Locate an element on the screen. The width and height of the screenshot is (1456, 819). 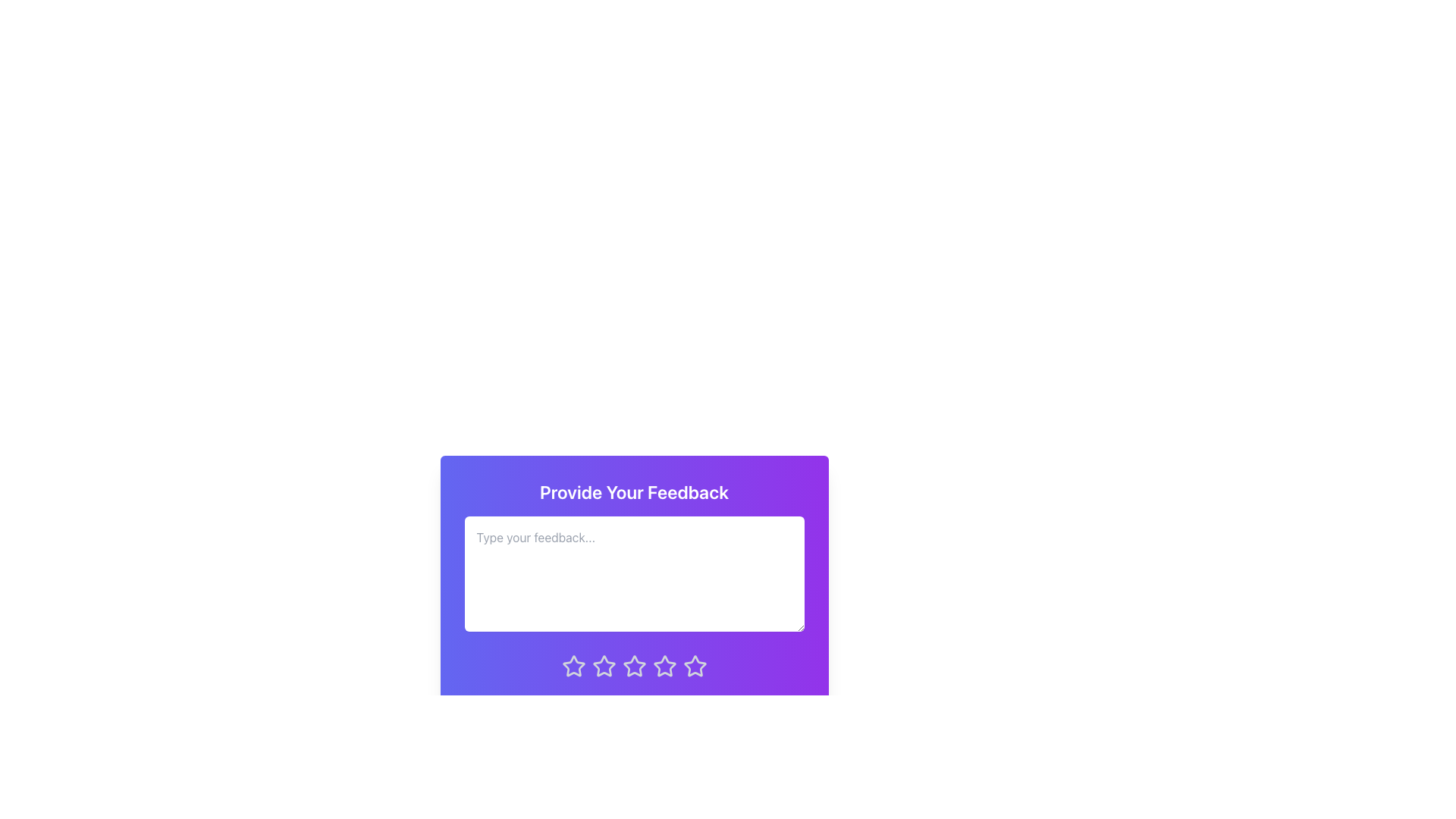
the first rating star icon is located at coordinates (573, 665).